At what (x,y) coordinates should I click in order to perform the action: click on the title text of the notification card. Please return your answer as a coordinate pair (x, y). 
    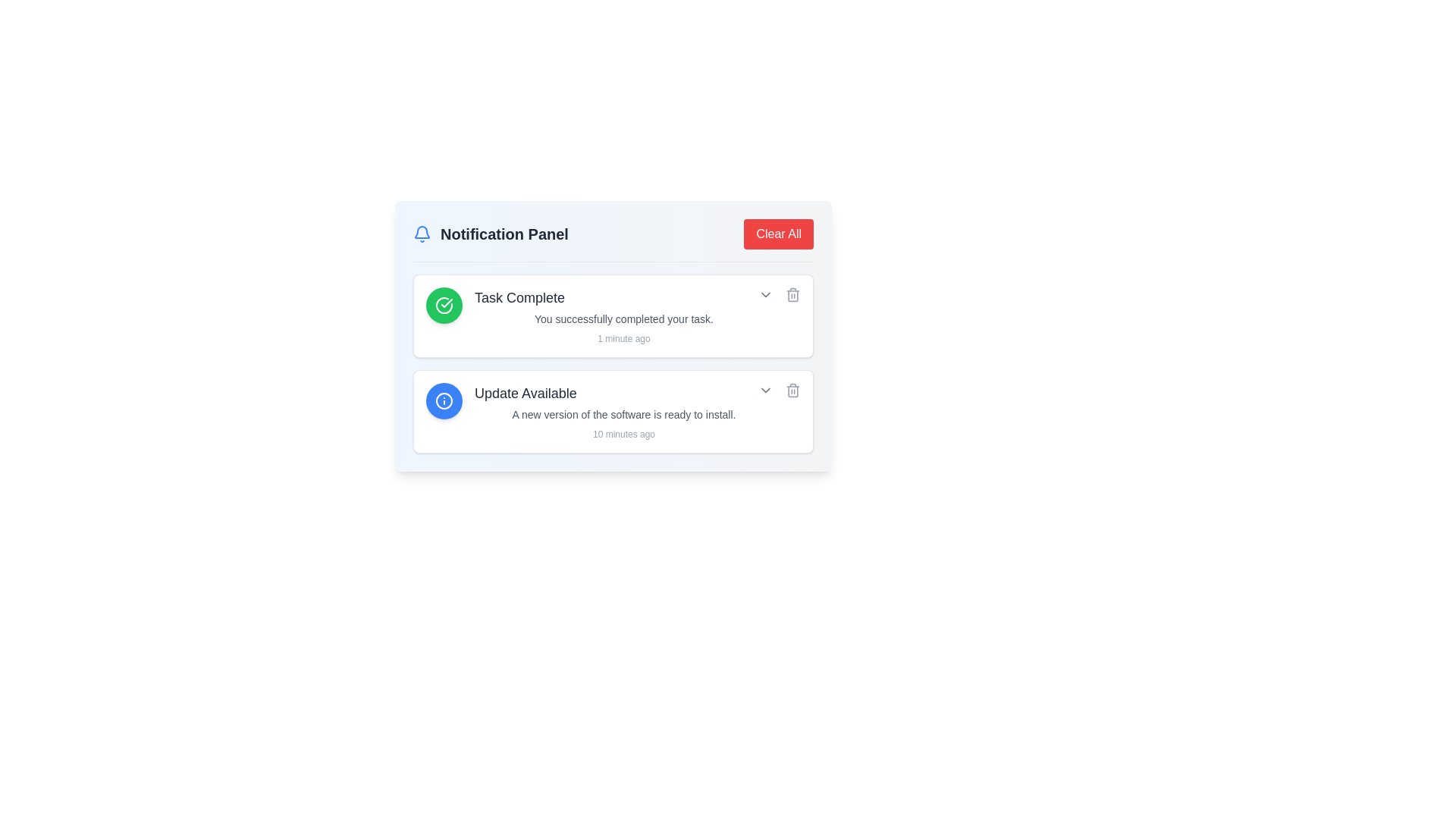
    Looking at the image, I should click on (526, 393).